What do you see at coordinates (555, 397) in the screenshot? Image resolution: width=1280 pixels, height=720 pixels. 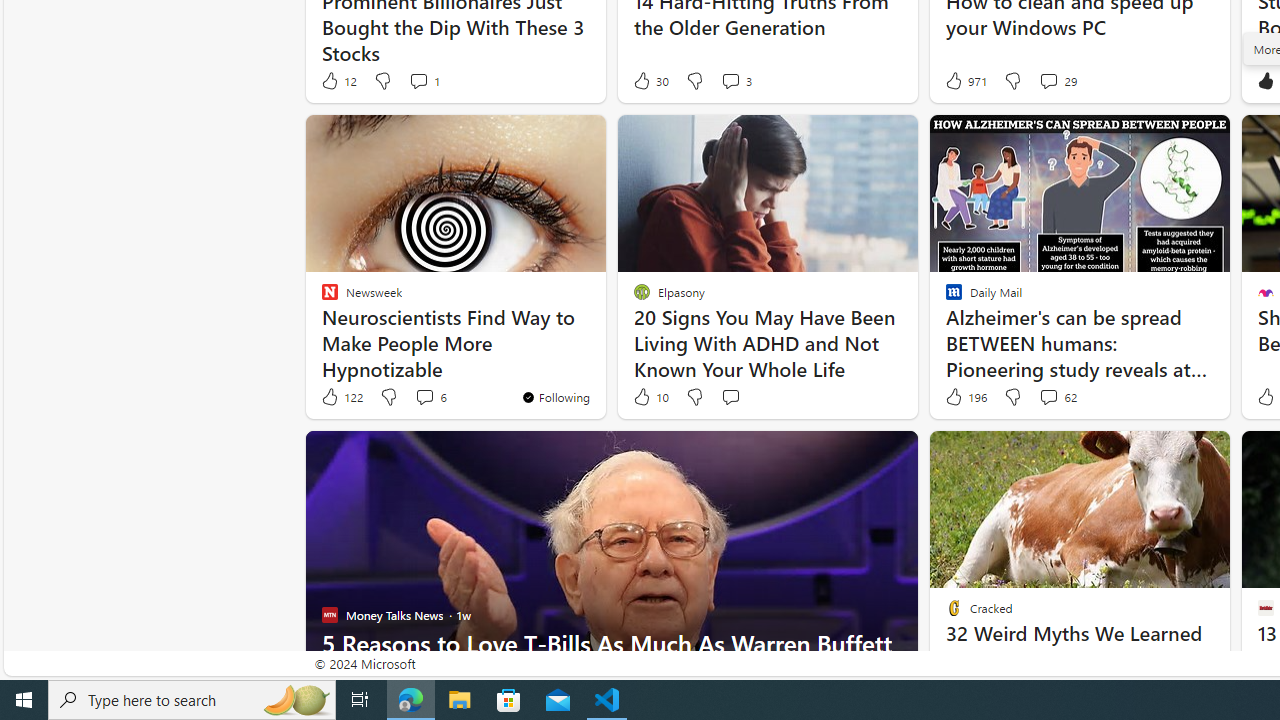 I see `'You'` at bounding box center [555, 397].